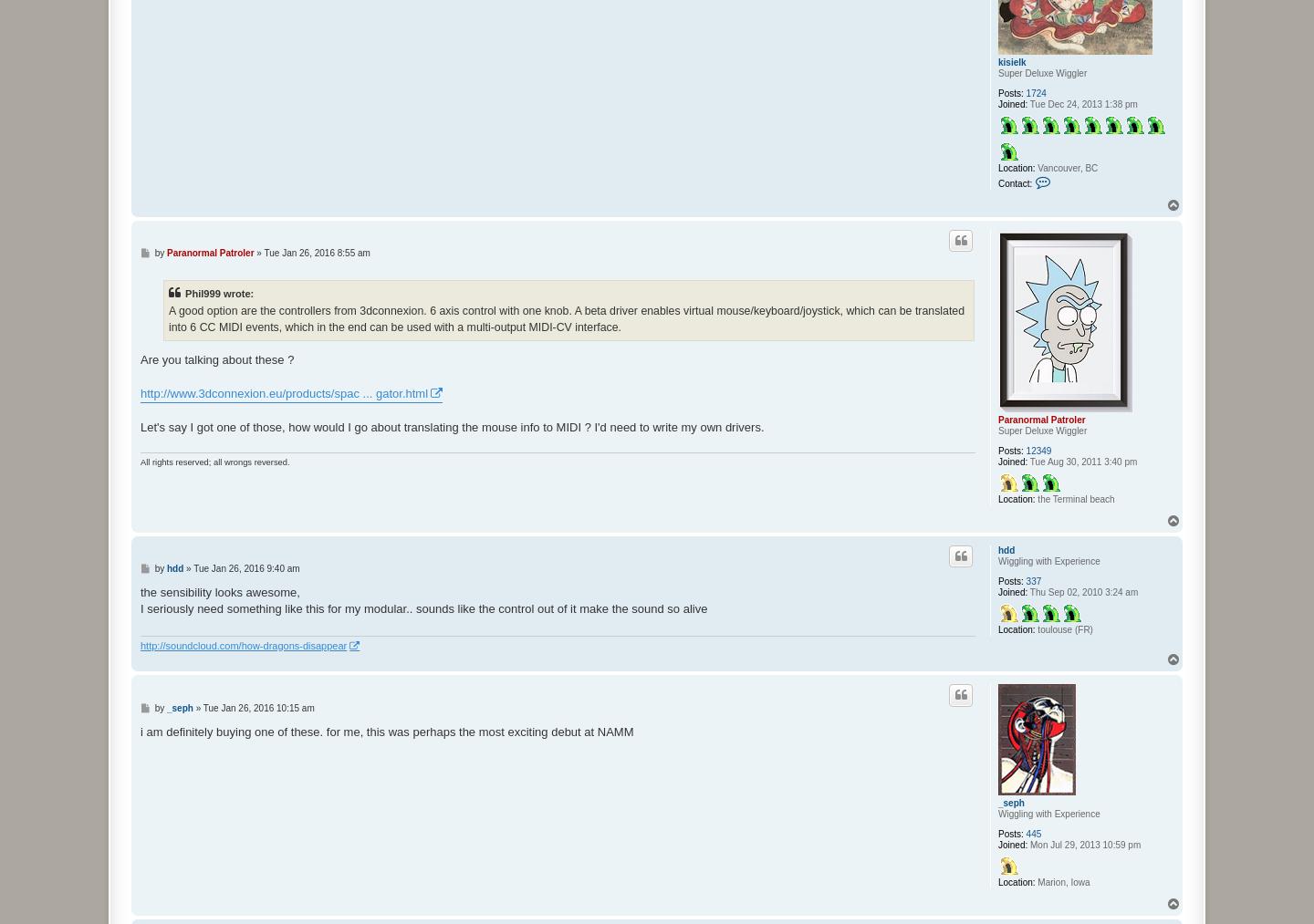 The width and height of the screenshot is (1314, 924). I want to click on 'the Terminal beach', so click(1074, 498).